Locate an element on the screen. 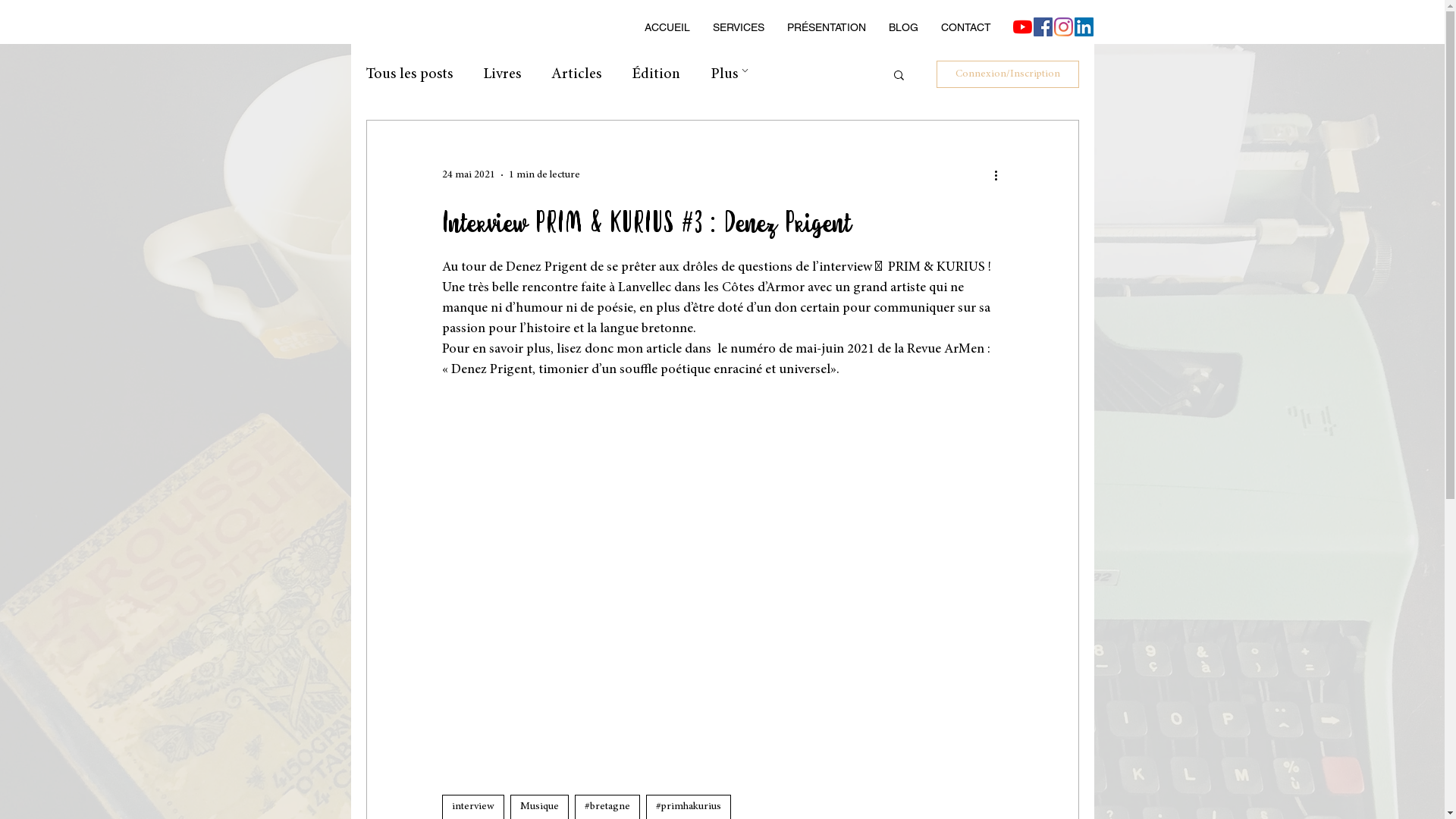 The image size is (1456, 819). 'Articles' is located at coordinates (574, 74).